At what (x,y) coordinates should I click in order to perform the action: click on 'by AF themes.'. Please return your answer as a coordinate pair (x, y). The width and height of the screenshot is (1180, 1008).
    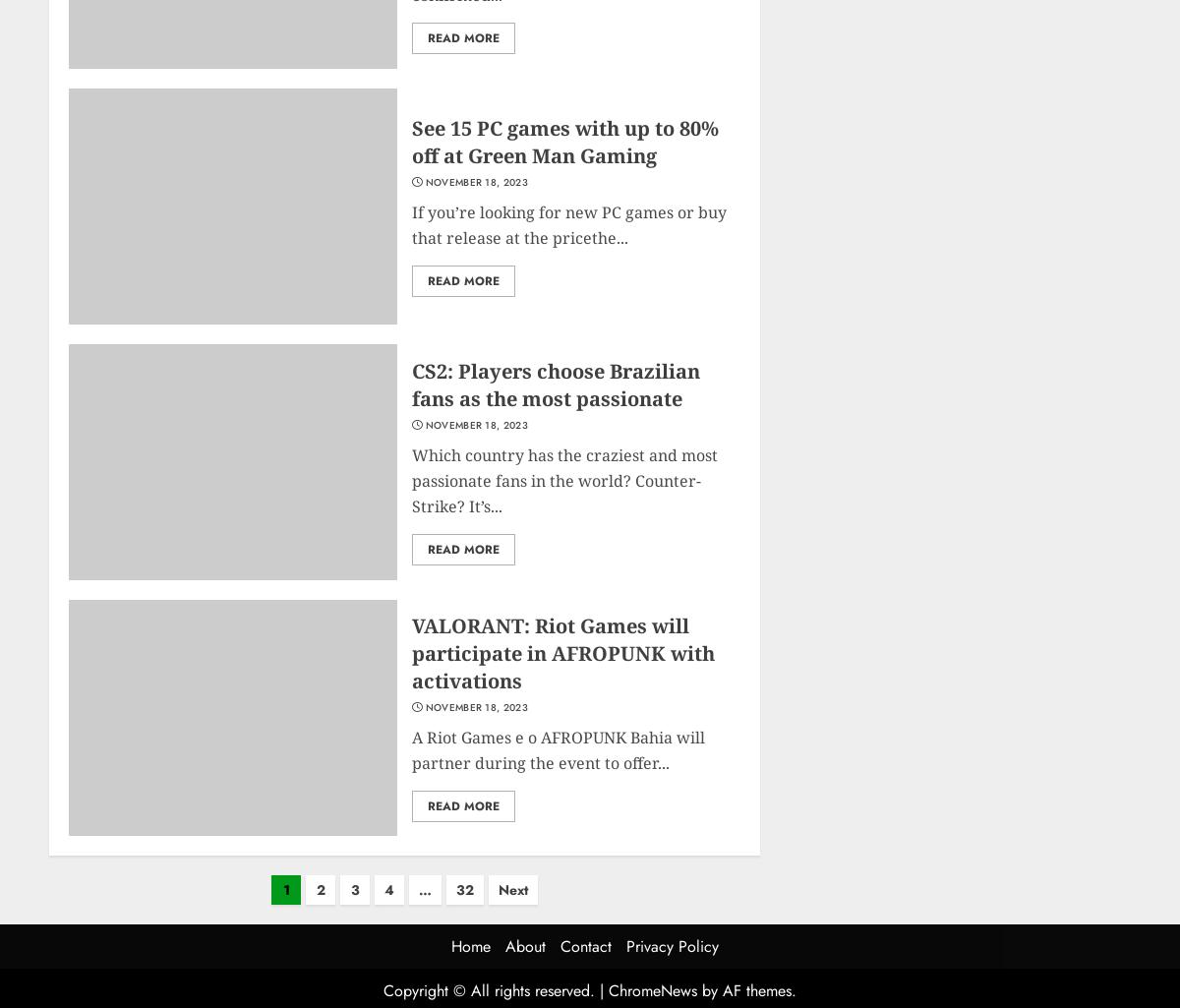
    Looking at the image, I should click on (696, 989).